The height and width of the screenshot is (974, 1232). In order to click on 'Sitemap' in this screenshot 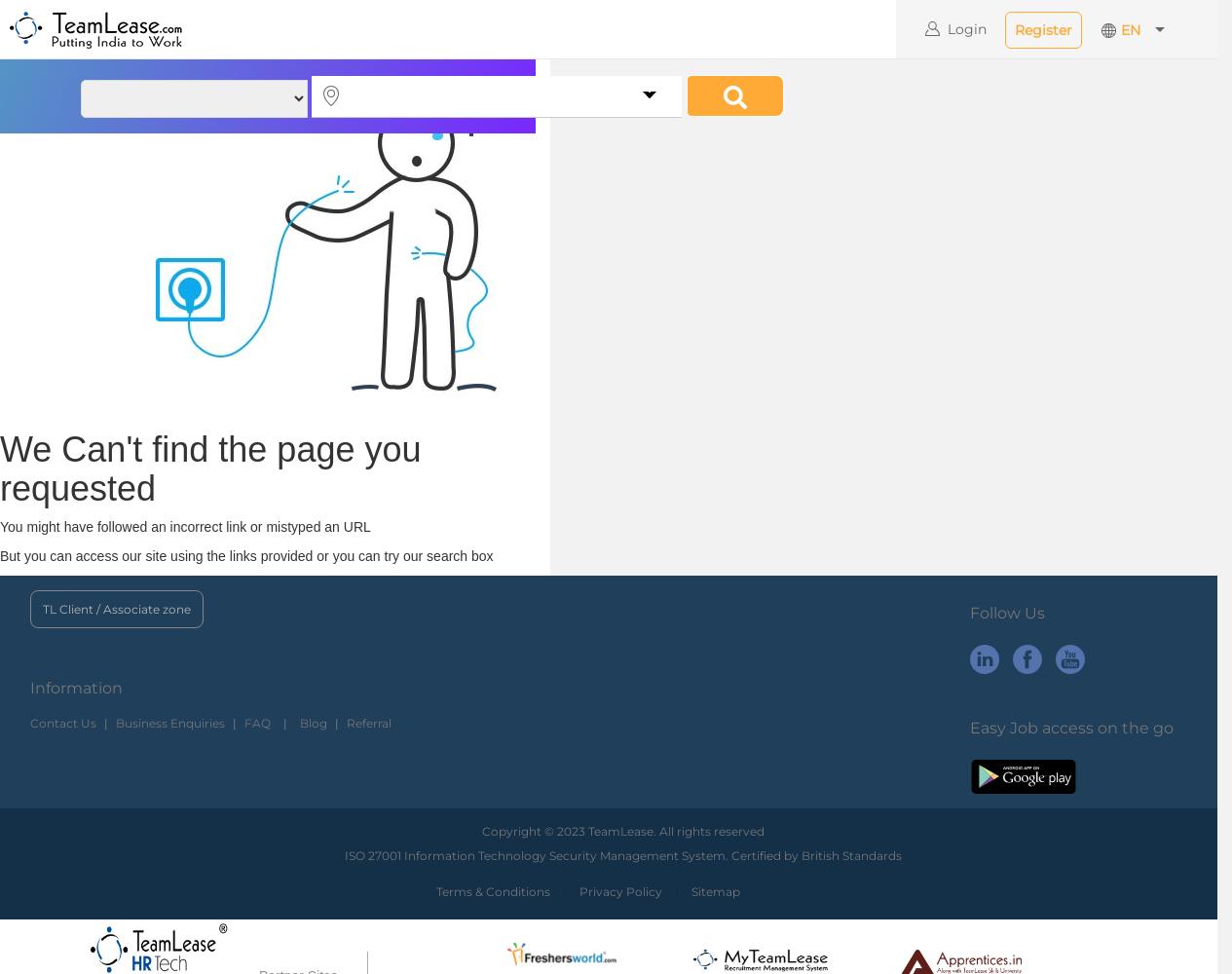, I will do `click(715, 891)`.